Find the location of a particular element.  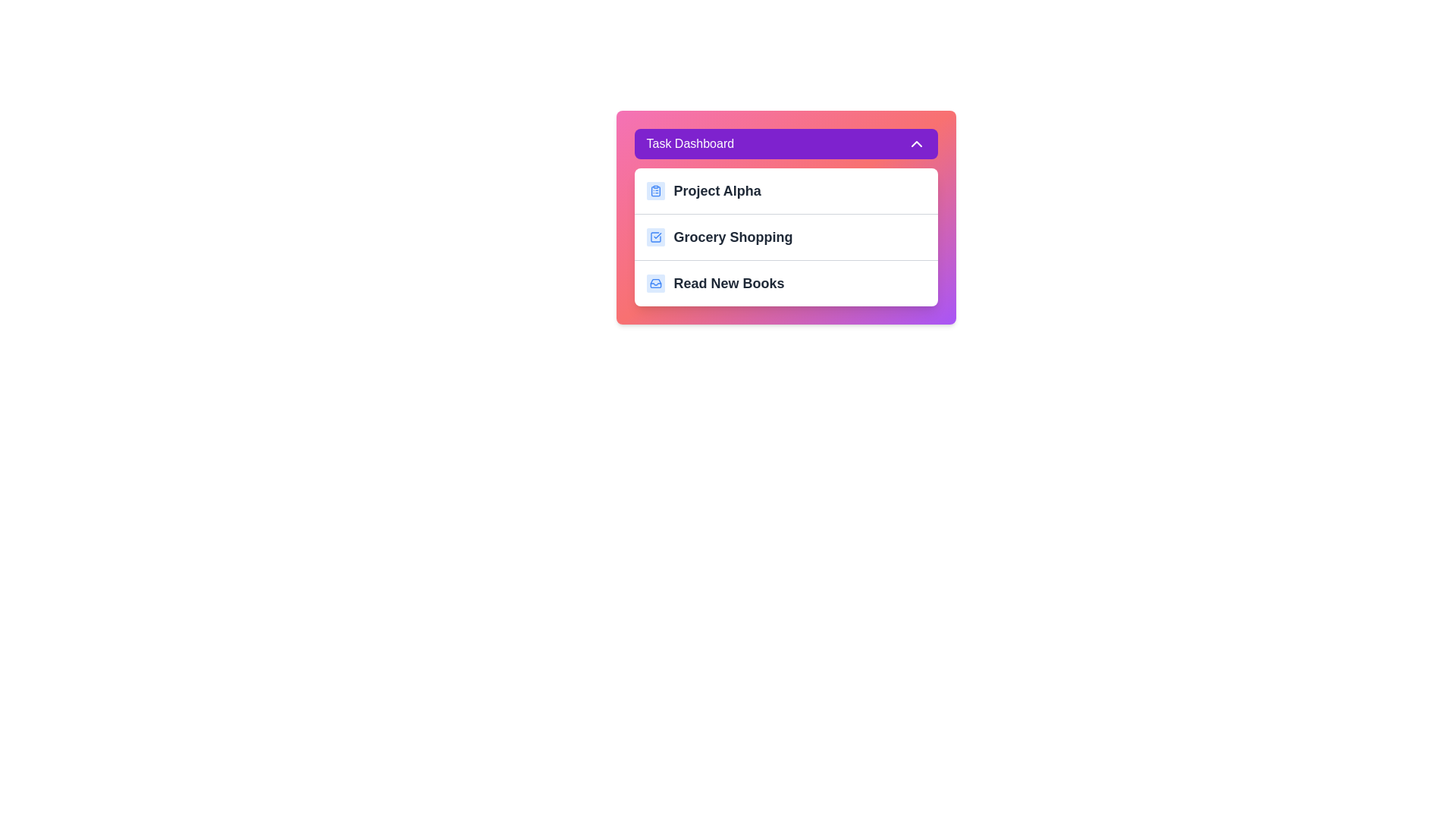

the decorative clipboard SVG element located near the top-left corner of the interface, which signifies tasks or notes is located at coordinates (655, 190).